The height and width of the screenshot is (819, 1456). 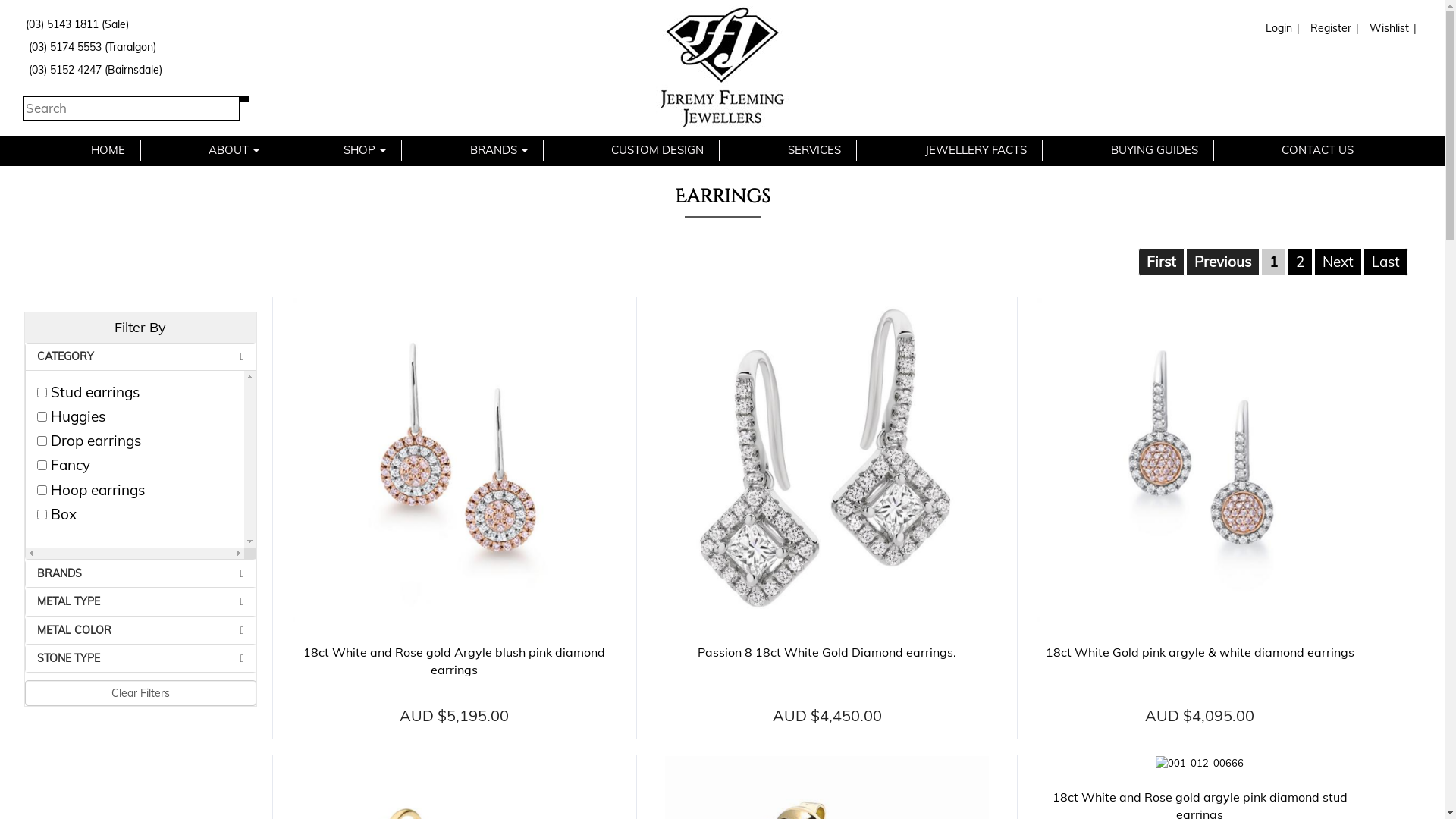 What do you see at coordinates (657, 149) in the screenshot?
I see `'CUSTOM DESIGN'` at bounding box center [657, 149].